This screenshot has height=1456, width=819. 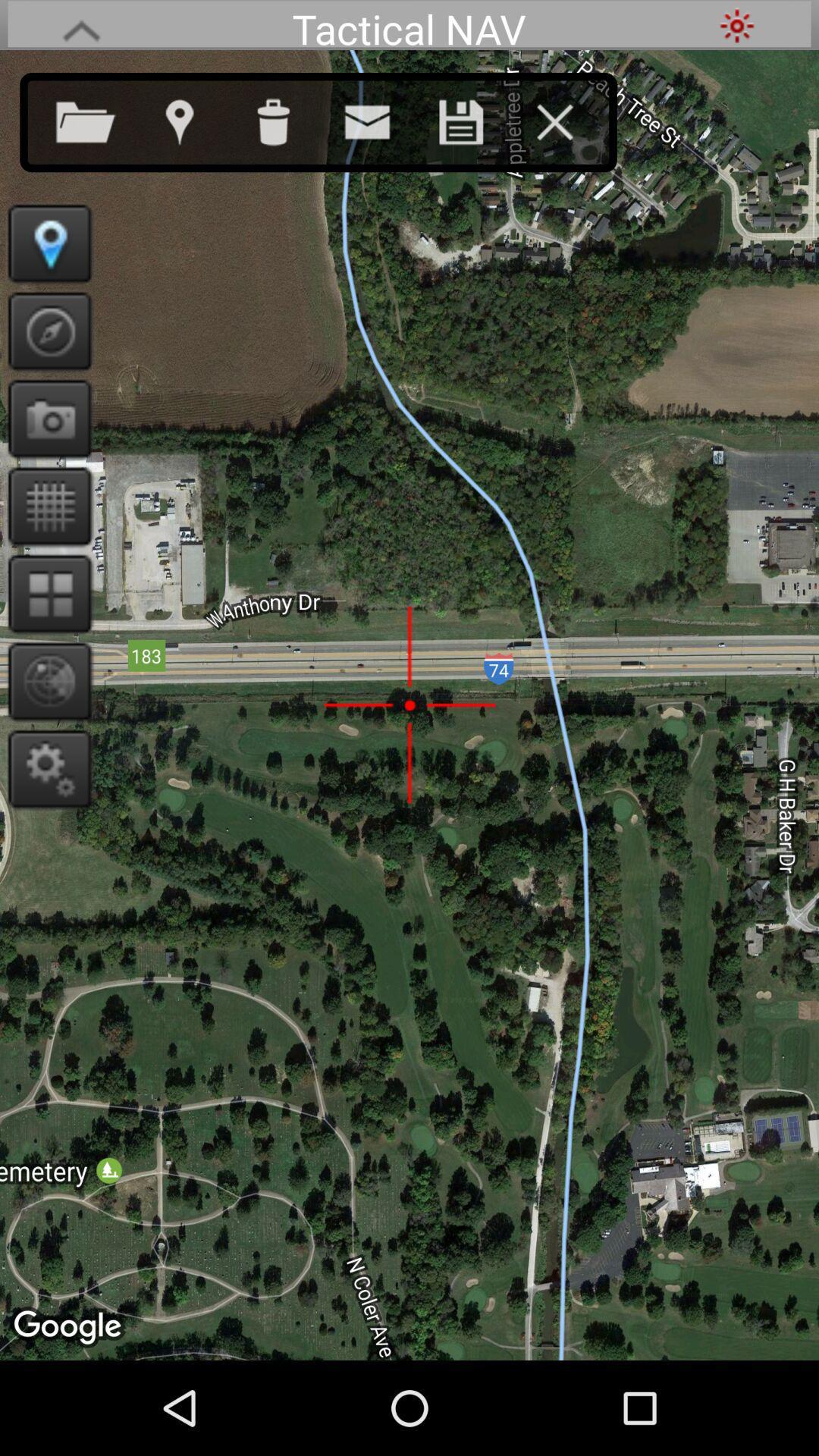 I want to click on app below tactical nav icon, so click(x=570, y=118).